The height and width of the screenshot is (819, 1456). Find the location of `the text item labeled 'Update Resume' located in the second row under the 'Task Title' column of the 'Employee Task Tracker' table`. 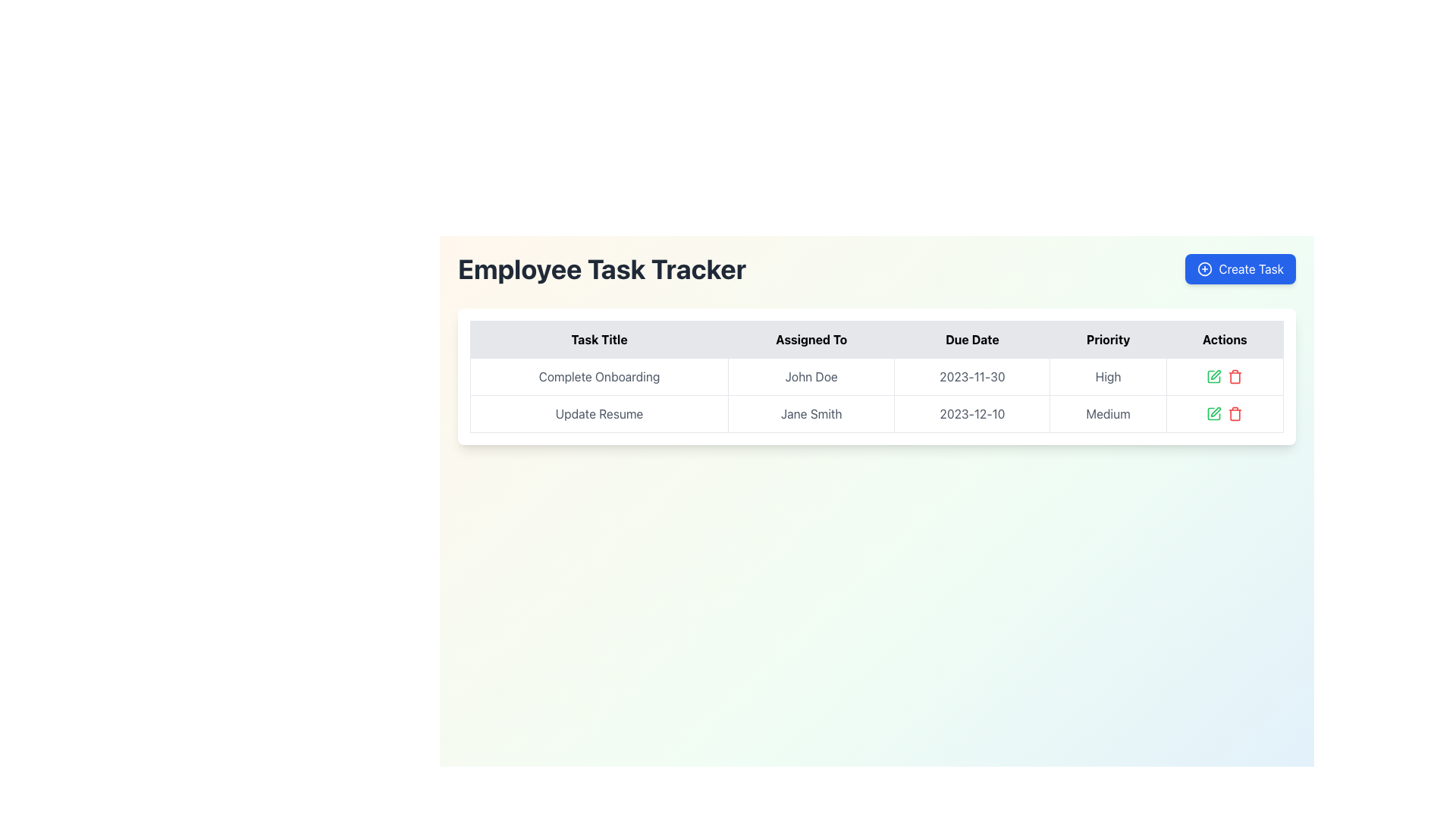

the text item labeled 'Update Resume' located in the second row under the 'Task Title' column of the 'Employee Task Tracker' table is located at coordinates (598, 414).